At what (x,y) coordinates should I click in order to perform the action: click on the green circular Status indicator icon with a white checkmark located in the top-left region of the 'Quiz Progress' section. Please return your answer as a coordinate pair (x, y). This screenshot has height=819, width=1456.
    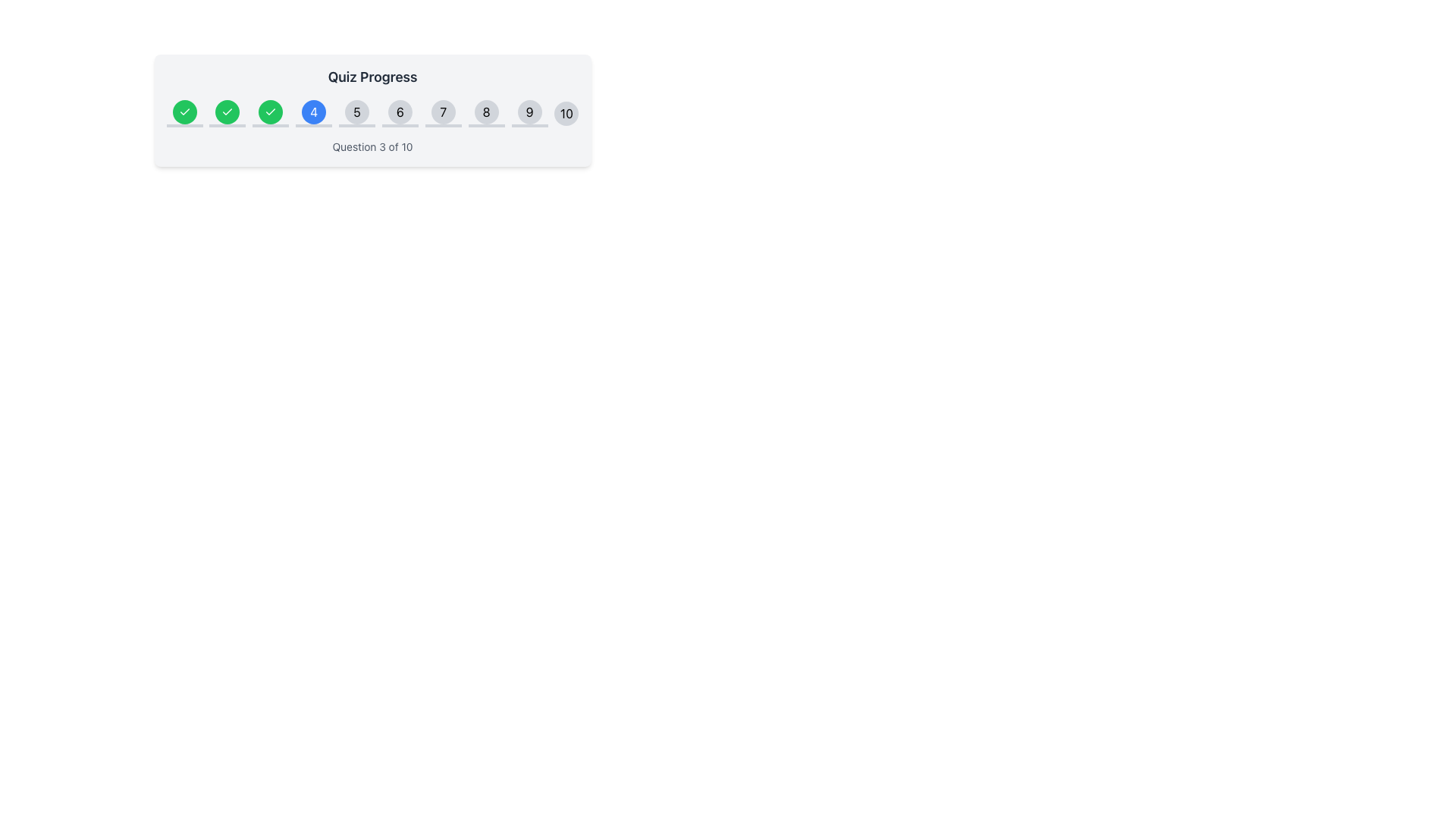
    Looking at the image, I should click on (184, 111).